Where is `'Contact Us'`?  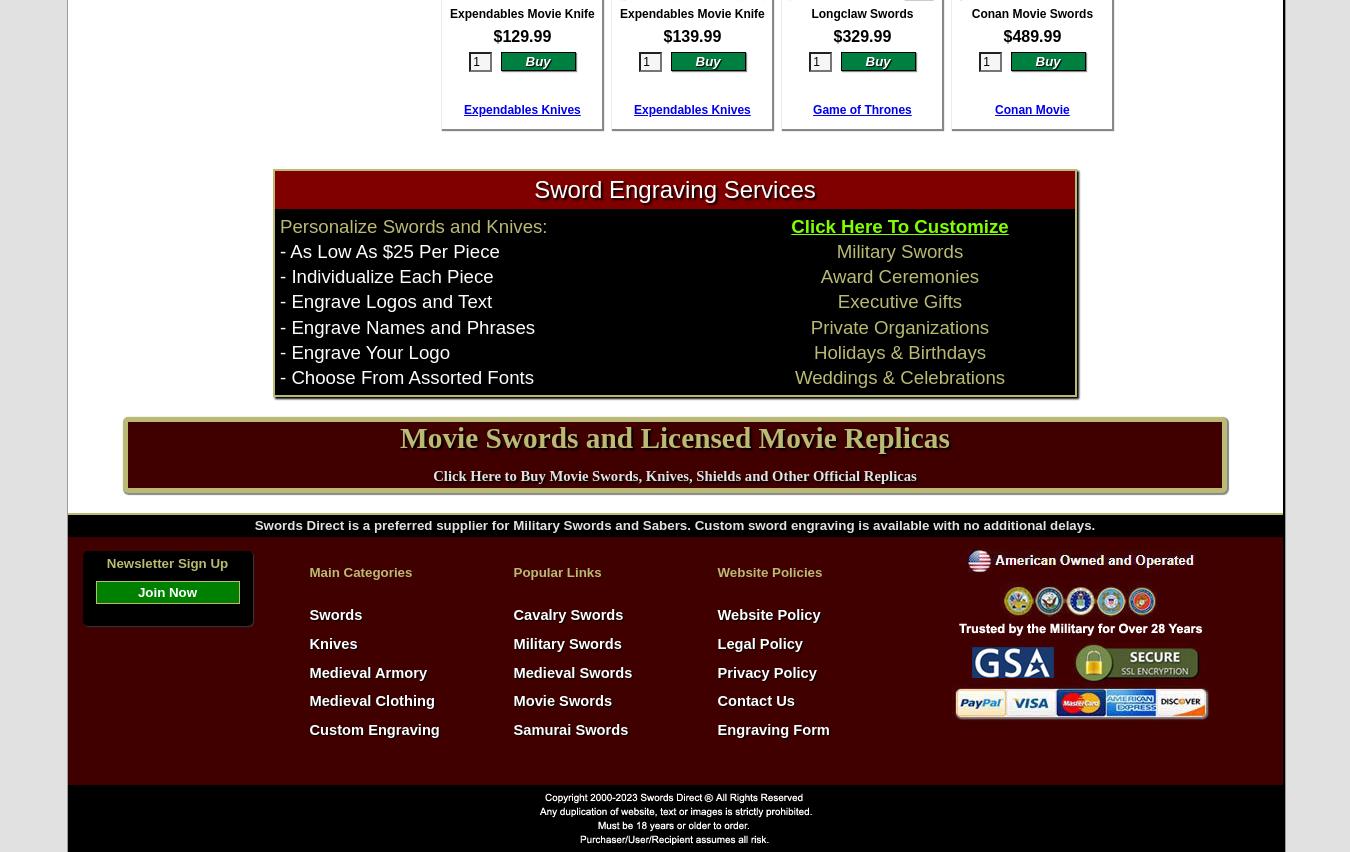
'Contact Us' is located at coordinates (754, 701).